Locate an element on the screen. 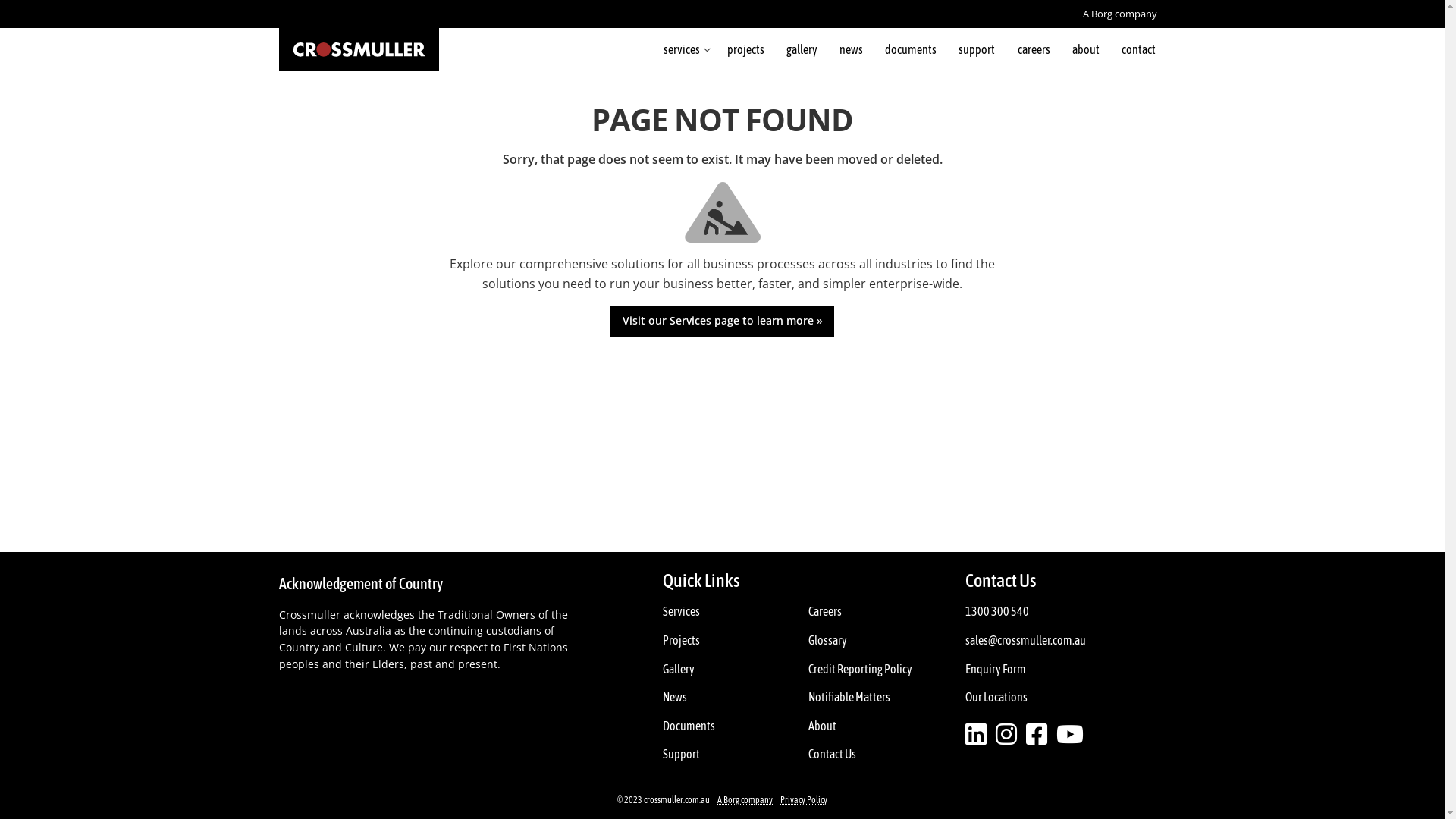  'sales@crossmuller.com.au' is located at coordinates (960, 640).